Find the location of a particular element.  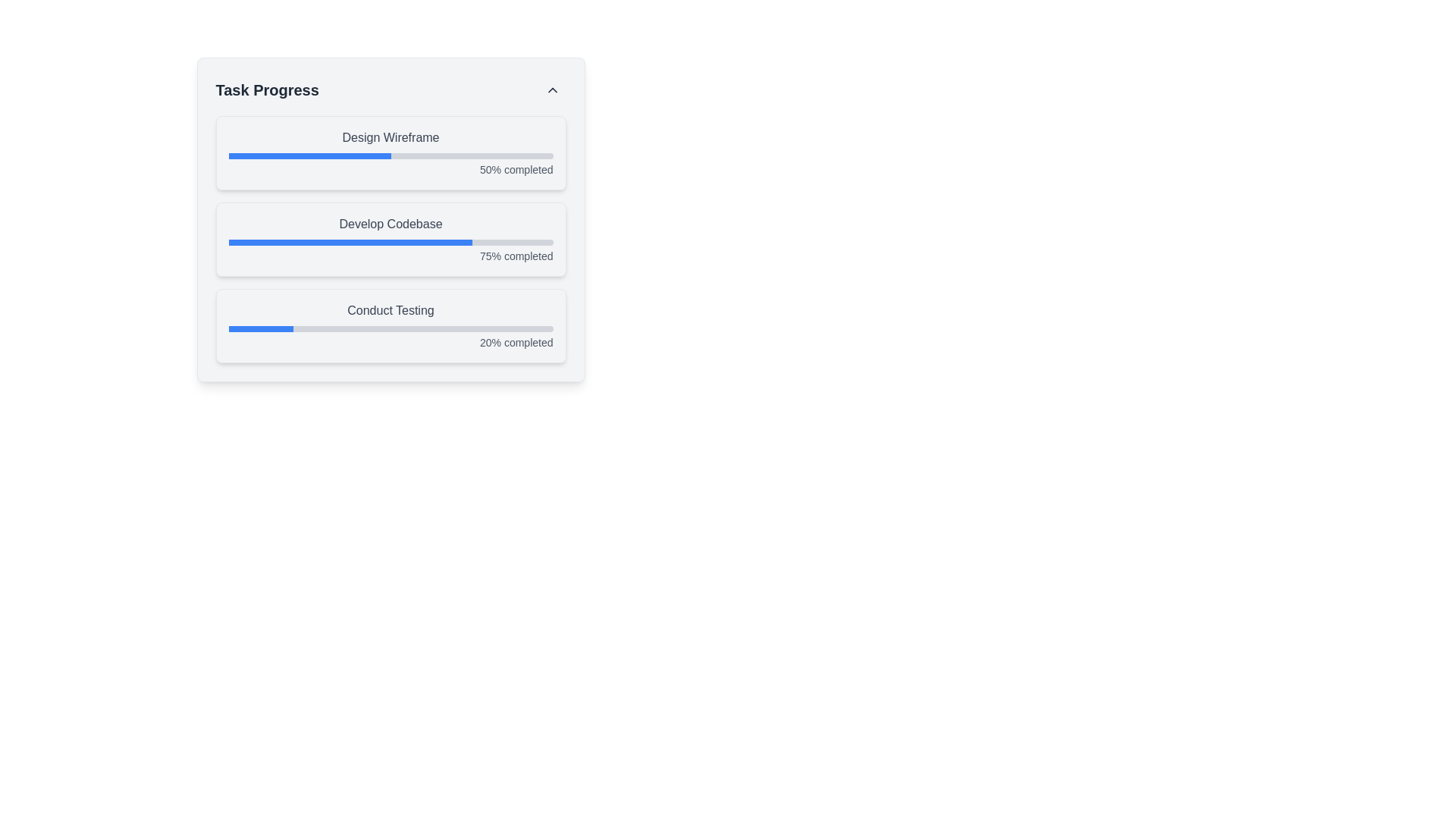

the first progress bar labeled 'Design Wireframe' that visually represents a 50% completion status is located at coordinates (309, 155).